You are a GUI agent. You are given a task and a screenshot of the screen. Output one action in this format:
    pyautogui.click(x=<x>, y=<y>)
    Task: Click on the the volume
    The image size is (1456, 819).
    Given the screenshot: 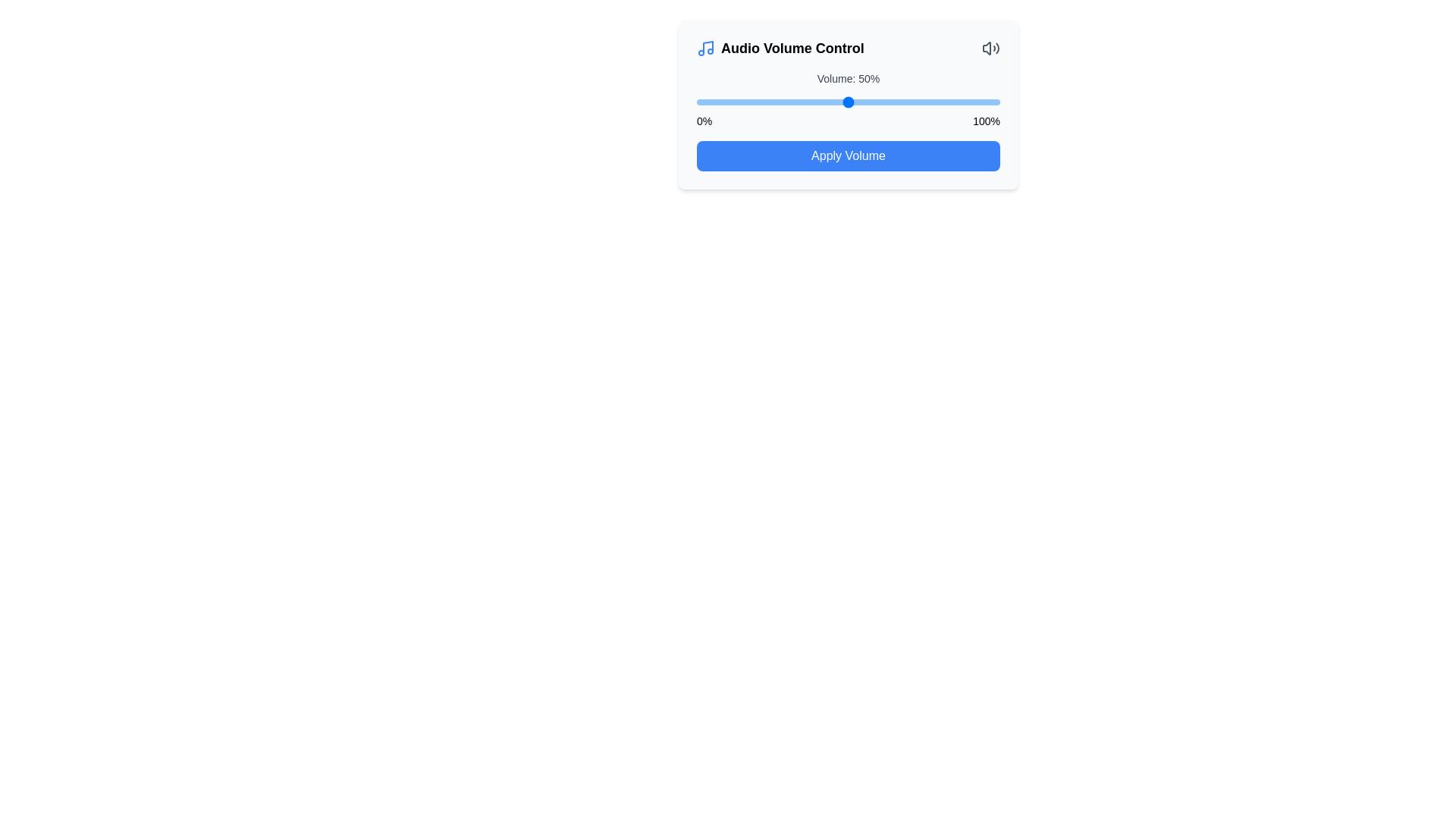 What is the action you would take?
    pyautogui.click(x=938, y=102)
    